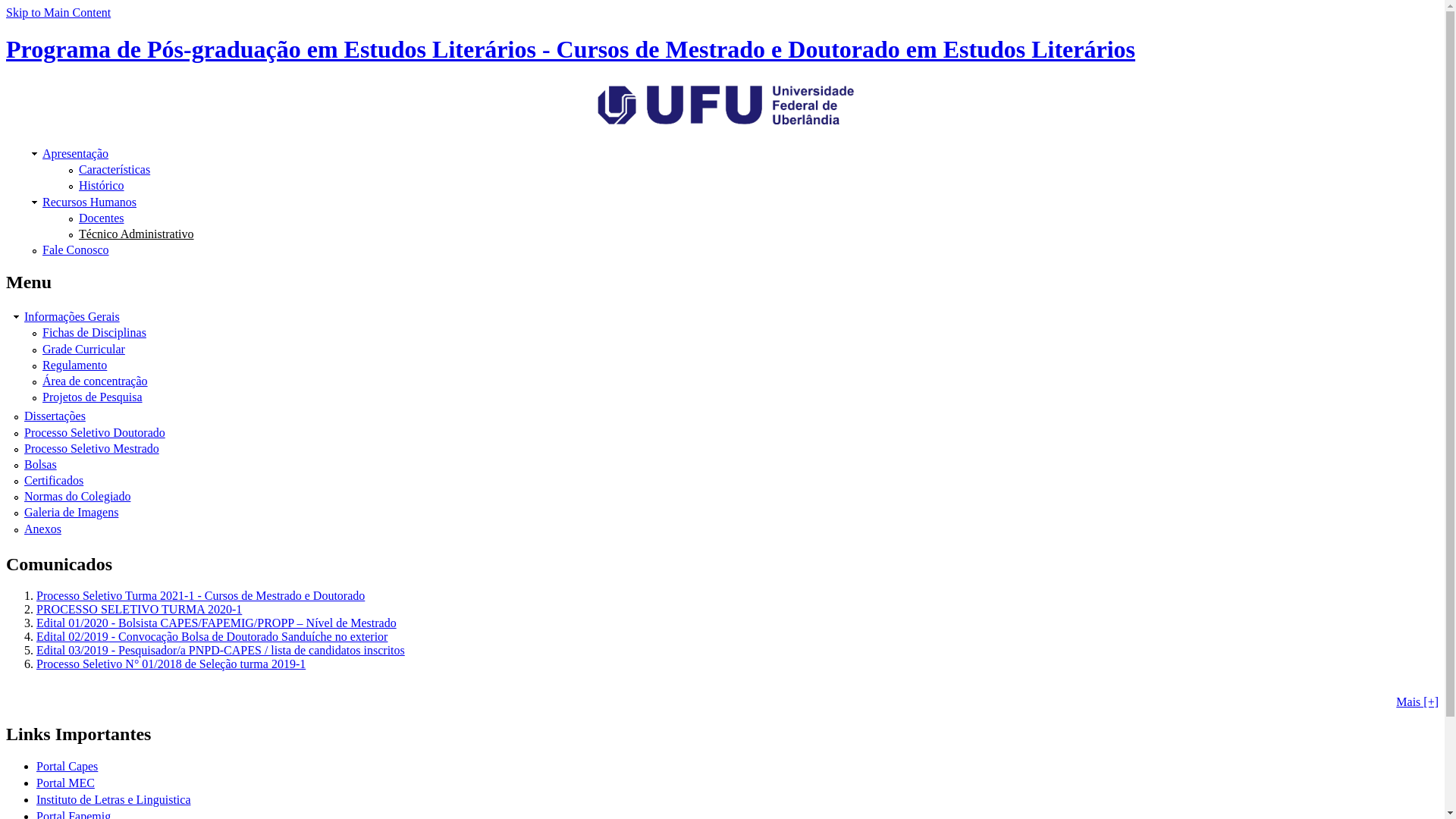 This screenshot has width=1456, height=819. What do you see at coordinates (90, 447) in the screenshot?
I see `'Processo Seletivo Mestrado'` at bounding box center [90, 447].